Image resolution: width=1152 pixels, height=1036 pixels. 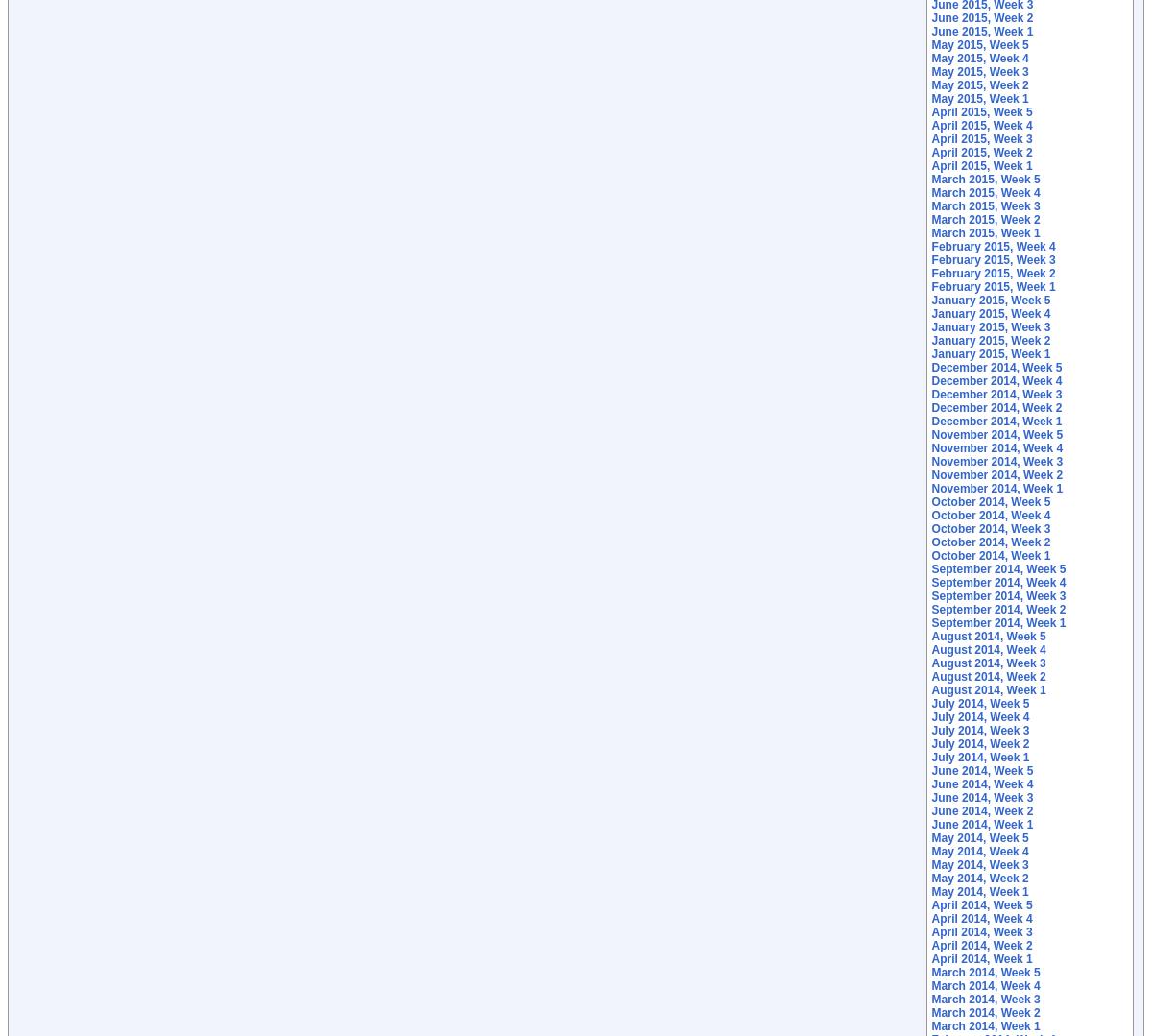 What do you see at coordinates (991, 528) in the screenshot?
I see `'October 2014, Week 3'` at bounding box center [991, 528].